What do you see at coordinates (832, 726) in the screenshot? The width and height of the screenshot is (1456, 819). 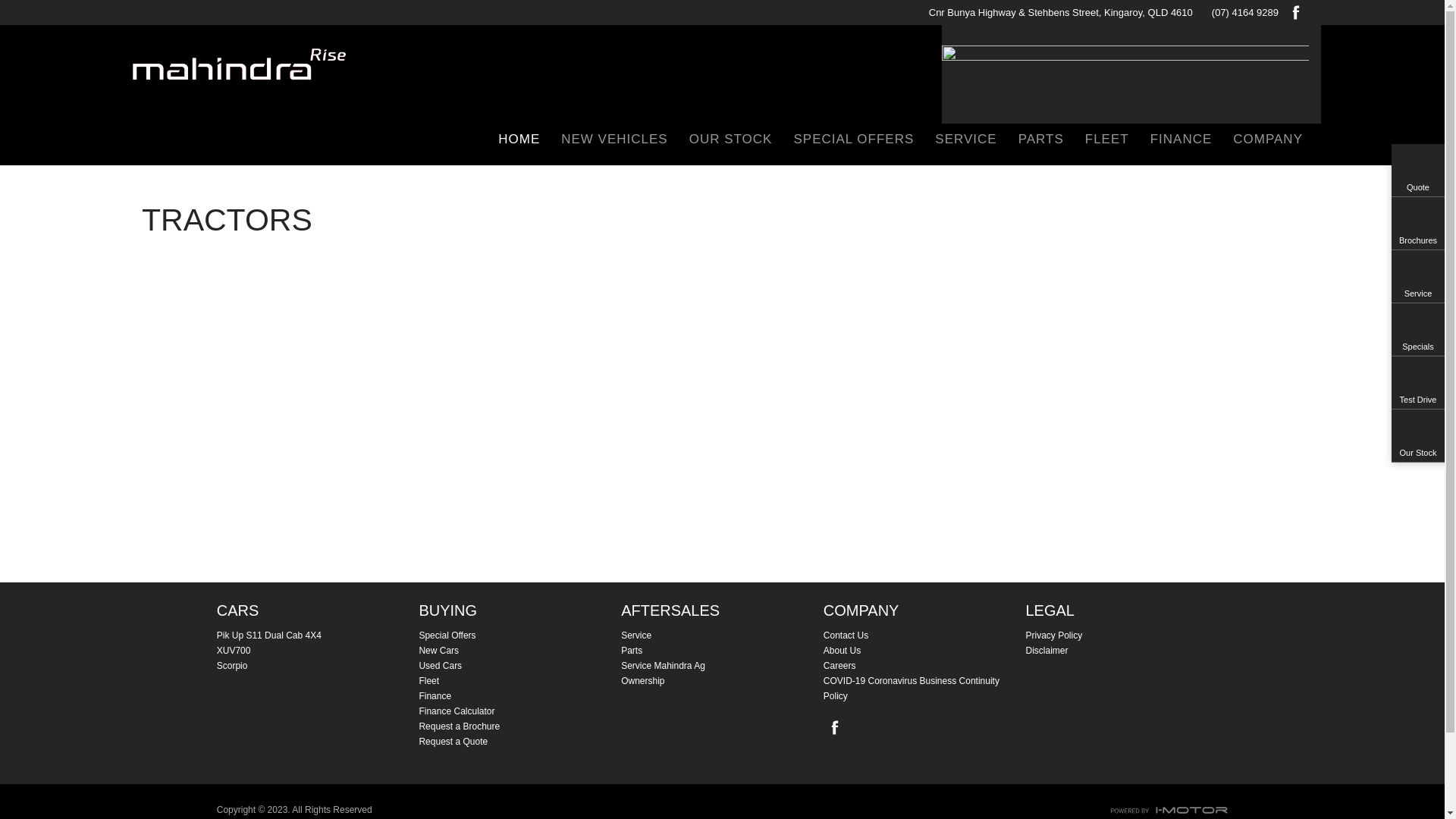 I see `'Facebook'` at bounding box center [832, 726].